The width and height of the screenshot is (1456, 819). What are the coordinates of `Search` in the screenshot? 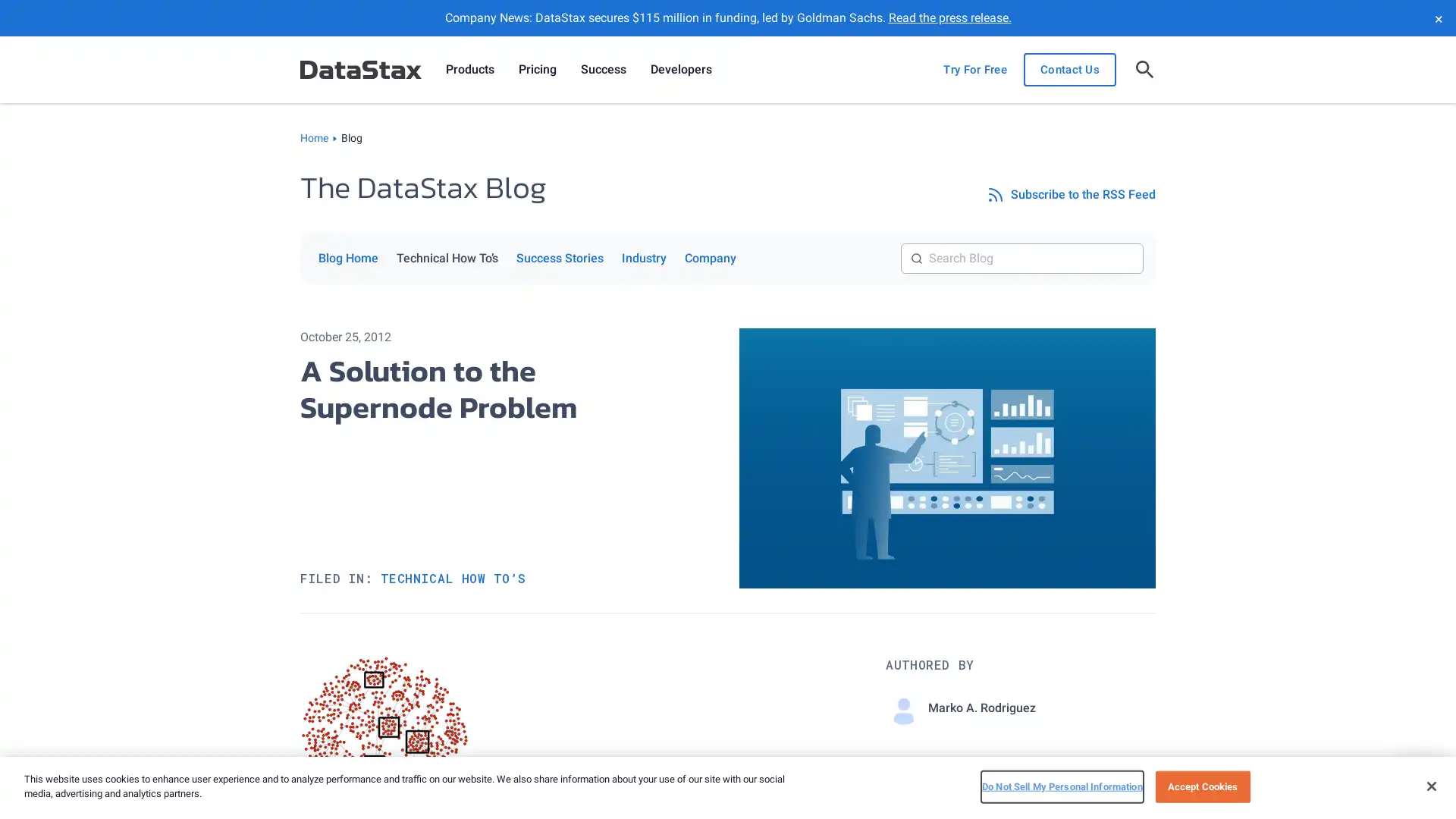 It's located at (1143, 242).